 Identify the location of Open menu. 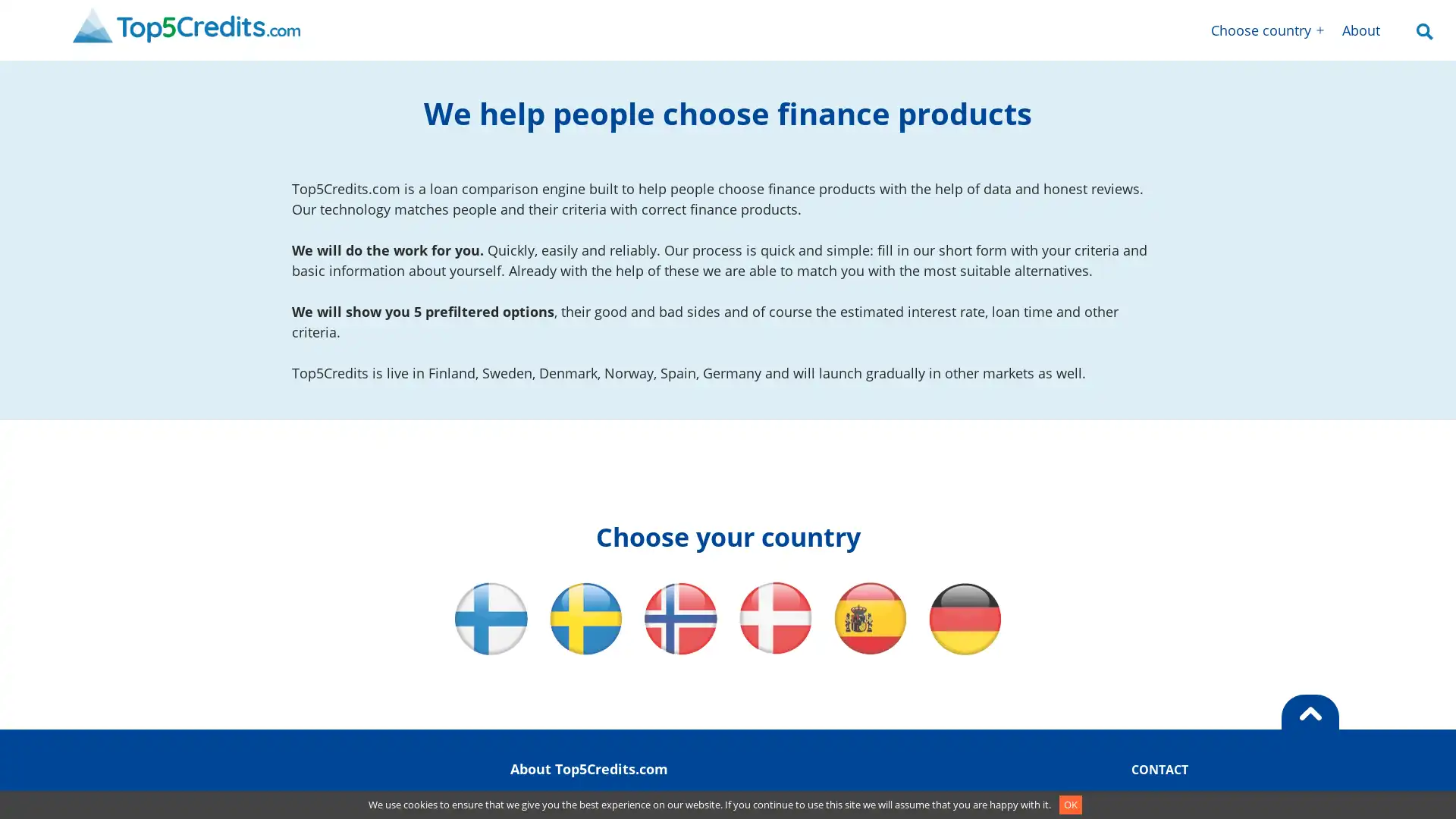
(1319, 30).